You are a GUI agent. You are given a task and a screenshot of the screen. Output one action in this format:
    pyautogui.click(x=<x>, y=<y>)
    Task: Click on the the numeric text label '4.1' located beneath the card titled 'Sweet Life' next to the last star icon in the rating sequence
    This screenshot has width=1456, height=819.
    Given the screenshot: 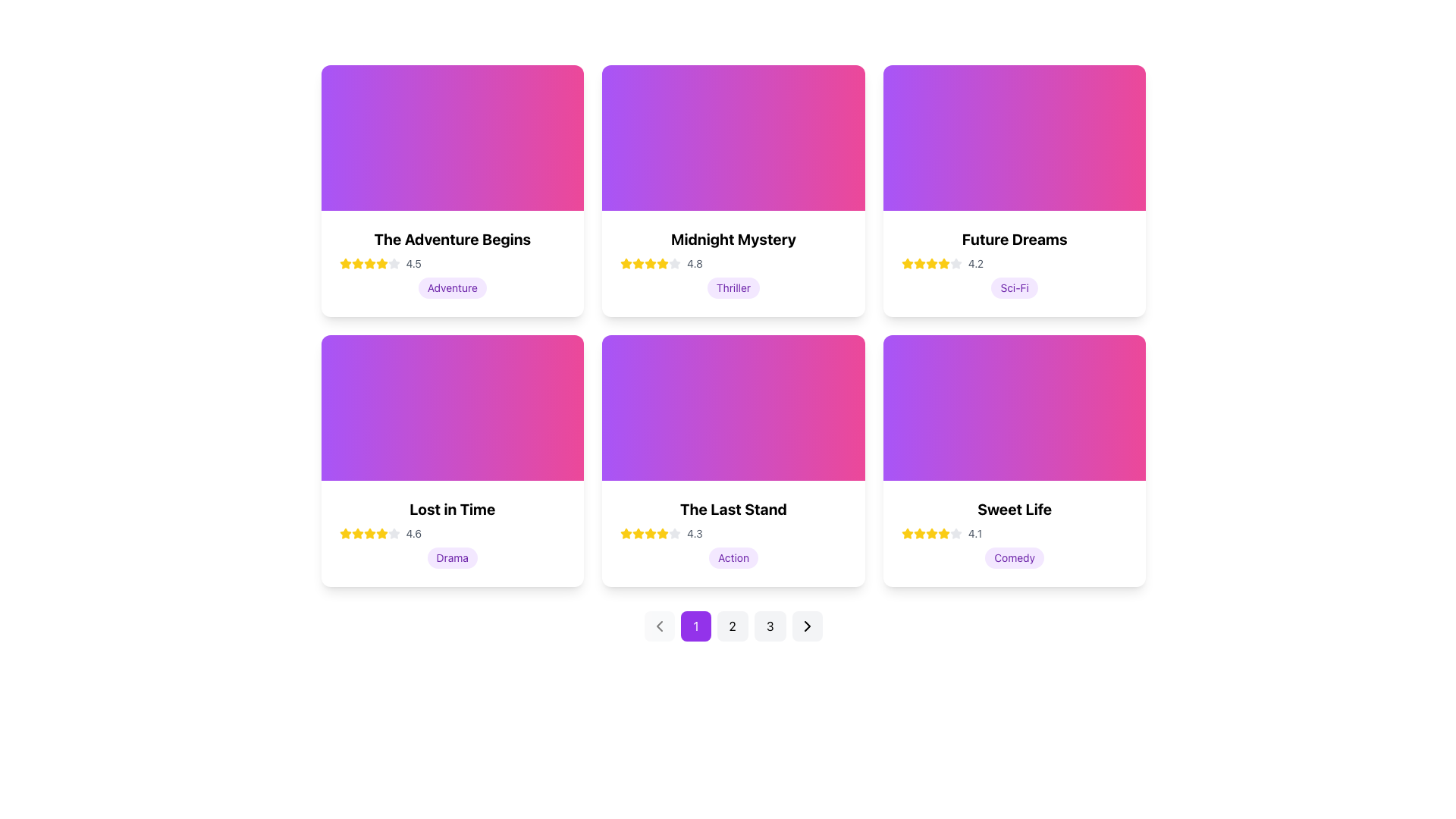 What is the action you would take?
    pyautogui.click(x=975, y=533)
    